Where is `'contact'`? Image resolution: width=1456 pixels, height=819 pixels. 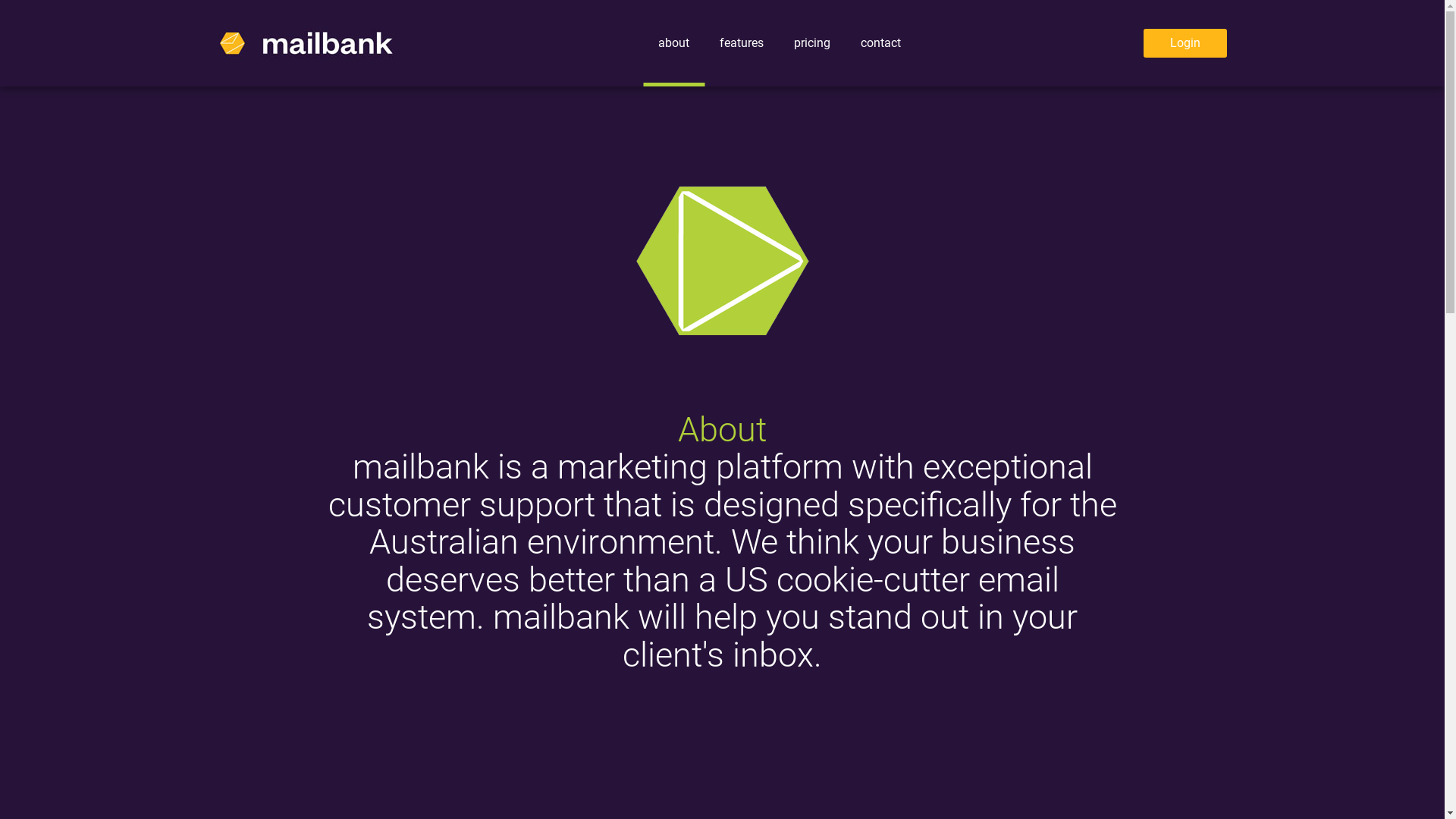
'contact' is located at coordinates (844, 42).